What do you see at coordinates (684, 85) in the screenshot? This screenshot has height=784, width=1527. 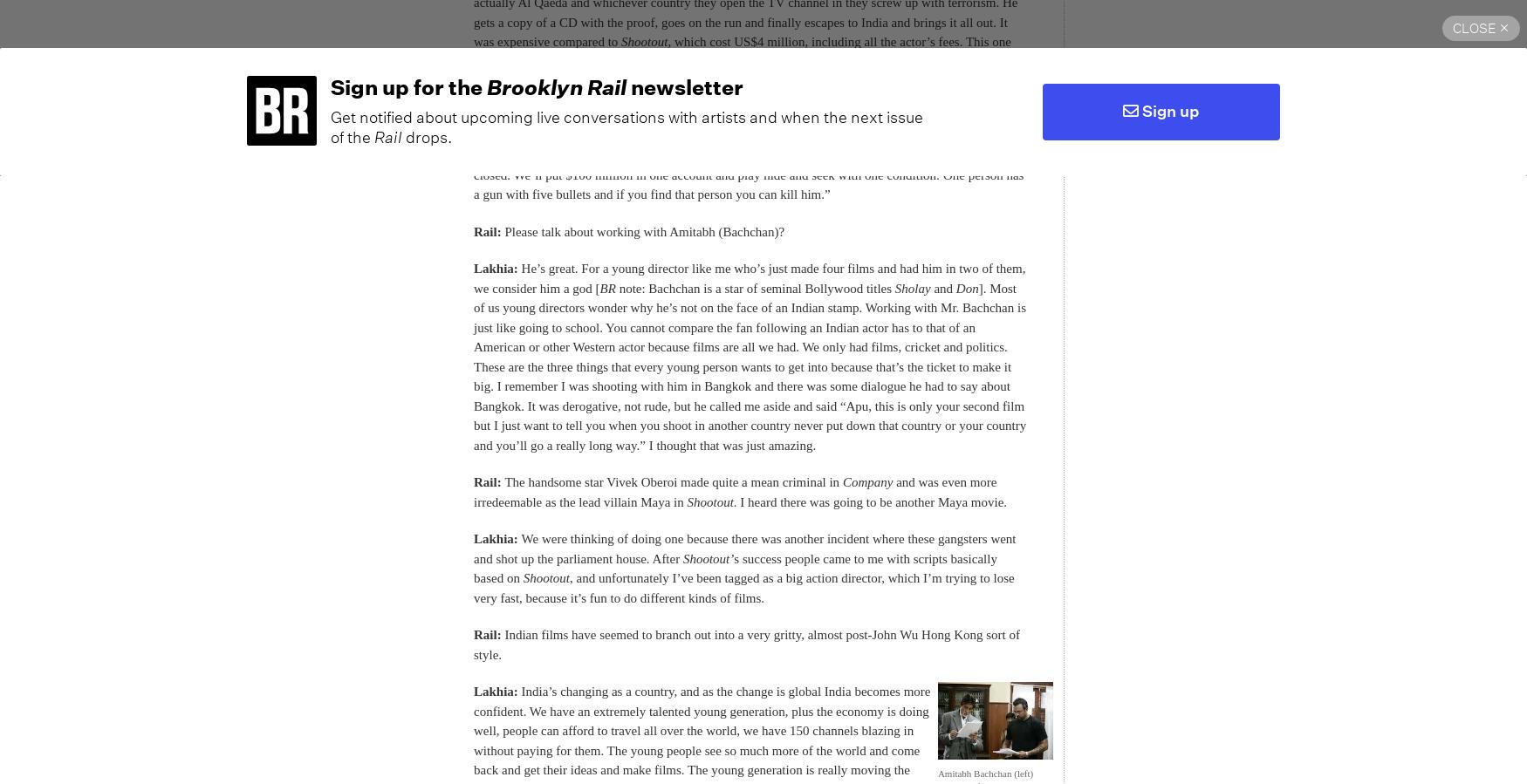 I see `'newsletter'` at bounding box center [684, 85].